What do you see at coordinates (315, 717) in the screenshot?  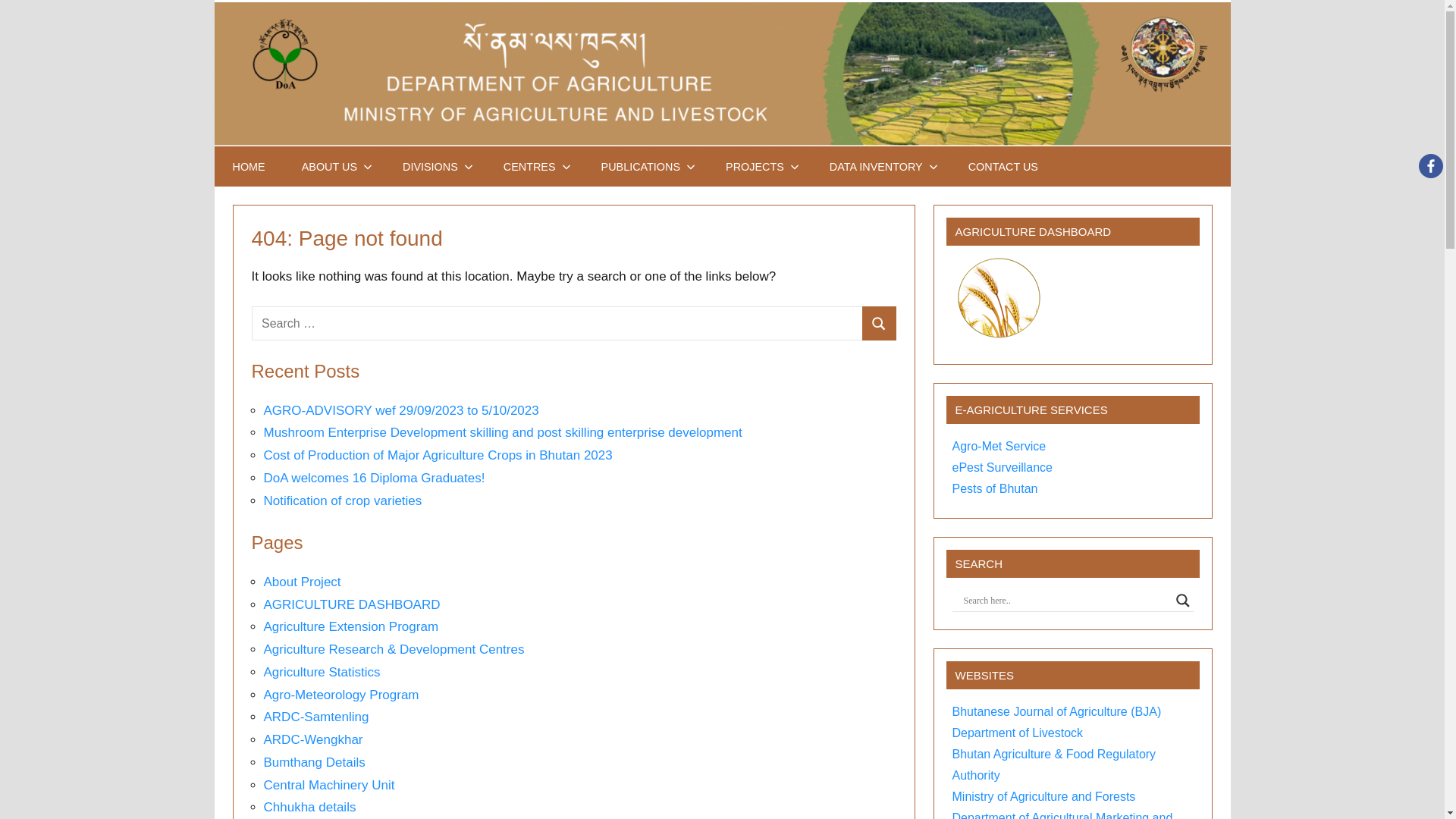 I see `'ARDC-Samtenling'` at bounding box center [315, 717].